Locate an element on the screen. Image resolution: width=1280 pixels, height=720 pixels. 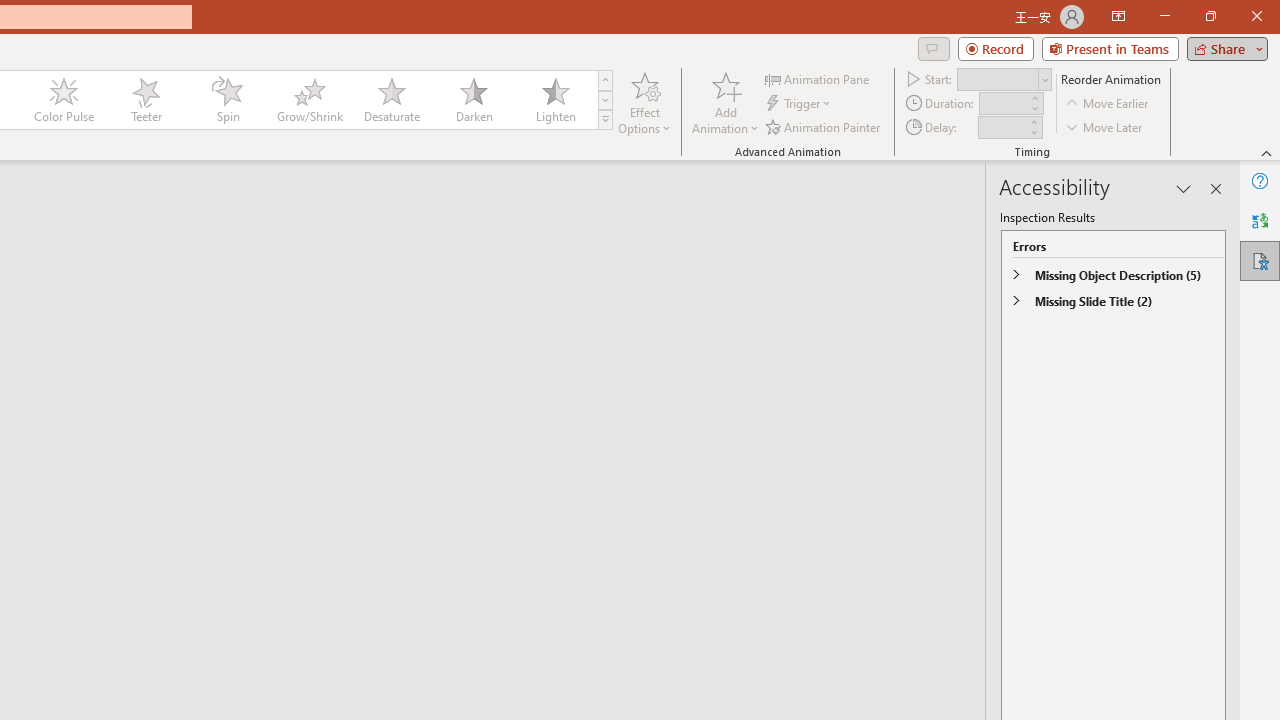
'Grow/Shrink' is located at coordinates (308, 100).